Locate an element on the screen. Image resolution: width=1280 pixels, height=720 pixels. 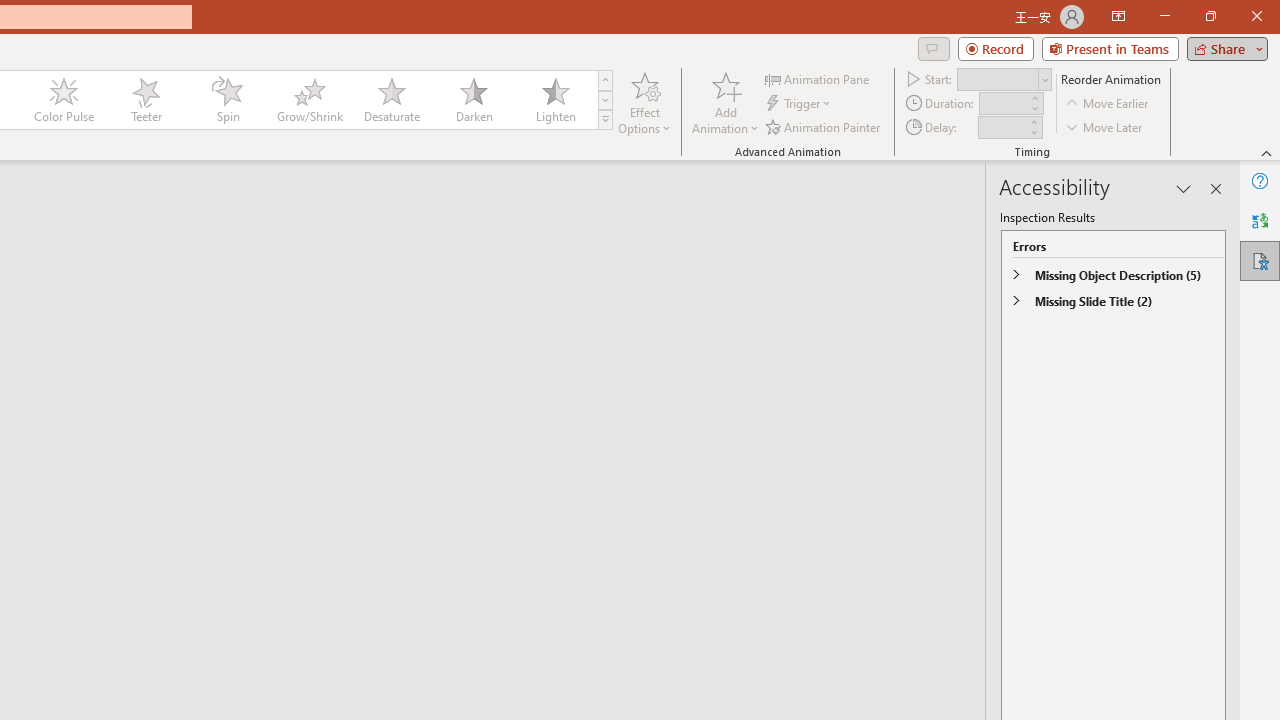
'Grow/Shrink' is located at coordinates (308, 100).